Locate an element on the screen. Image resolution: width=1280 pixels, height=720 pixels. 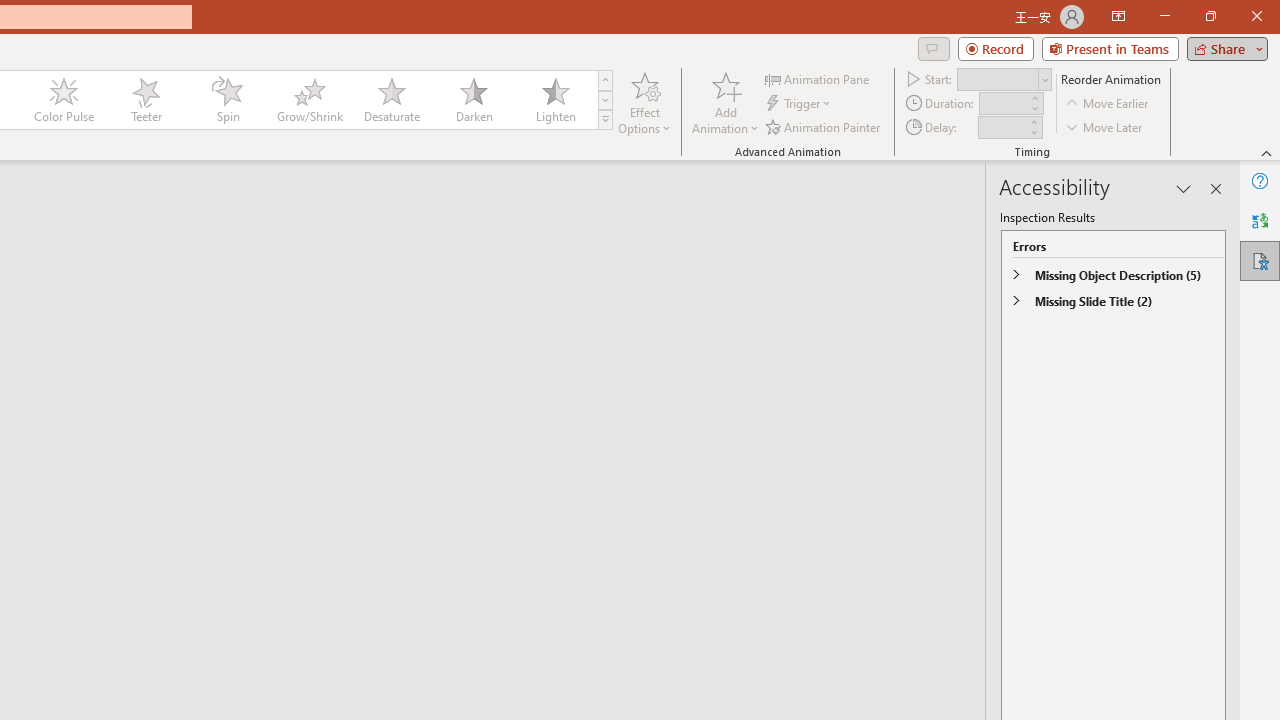
'Grow/Shrink' is located at coordinates (308, 100).